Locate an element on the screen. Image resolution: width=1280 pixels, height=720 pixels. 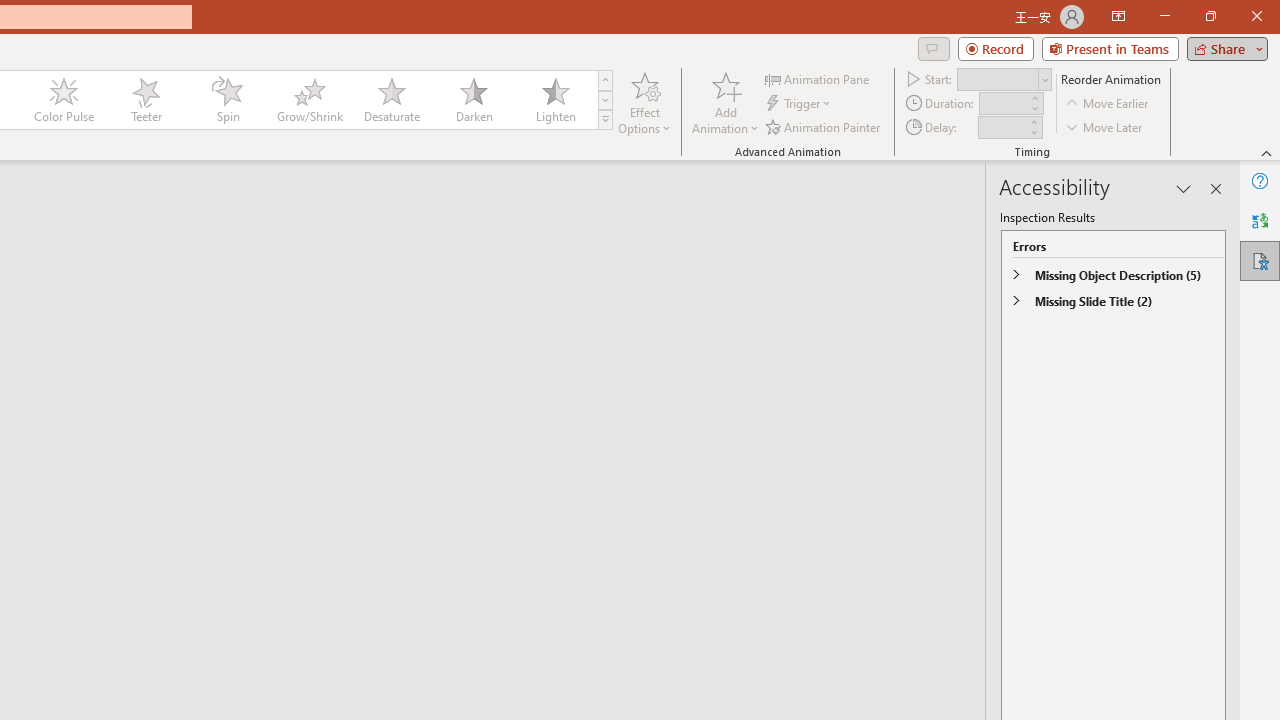
'Grow/Shrink' is located at coordinates (308, 100).